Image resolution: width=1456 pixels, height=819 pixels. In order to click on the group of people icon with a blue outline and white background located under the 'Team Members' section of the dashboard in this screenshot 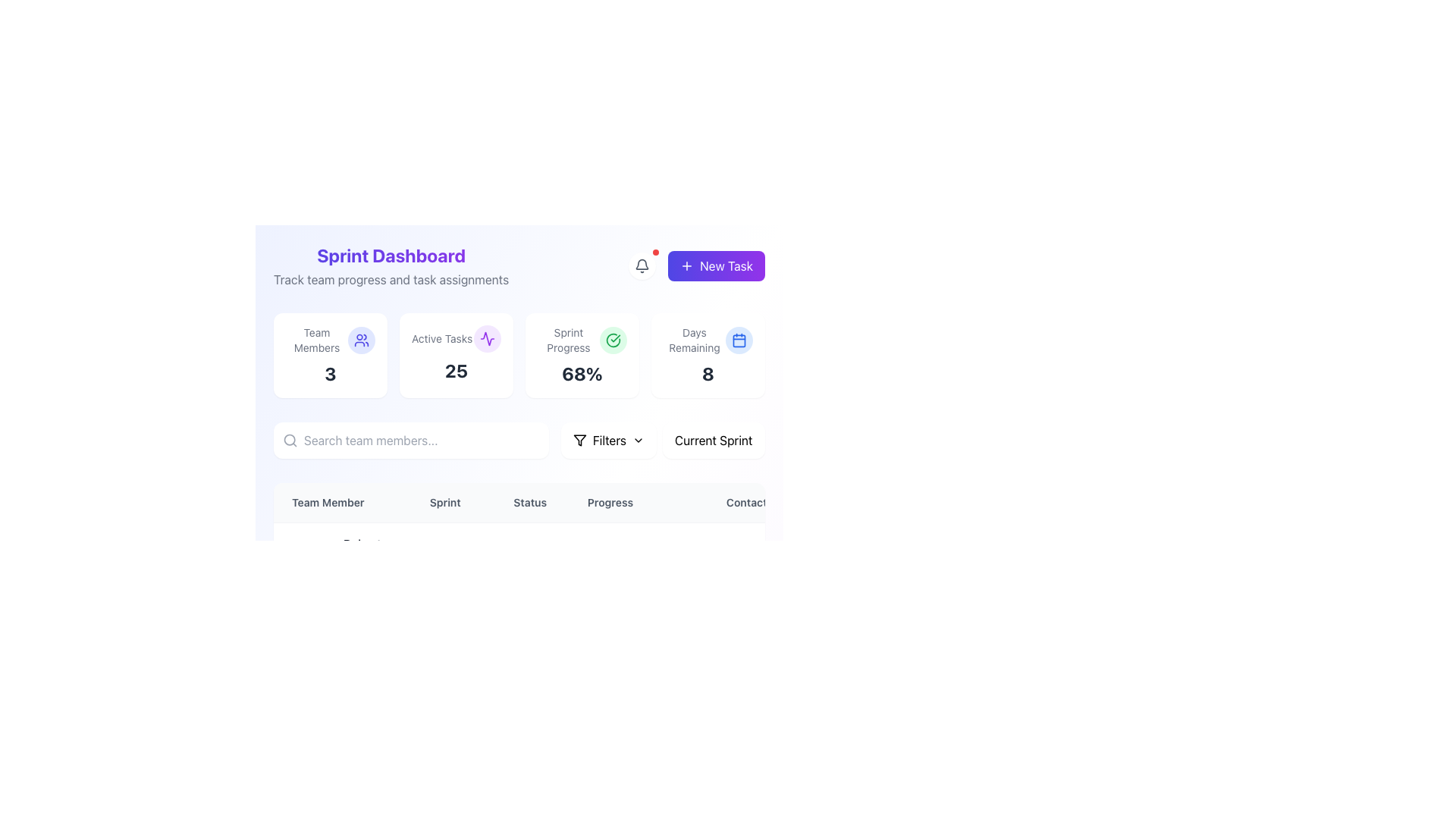, I will do `click(360, 339)`.